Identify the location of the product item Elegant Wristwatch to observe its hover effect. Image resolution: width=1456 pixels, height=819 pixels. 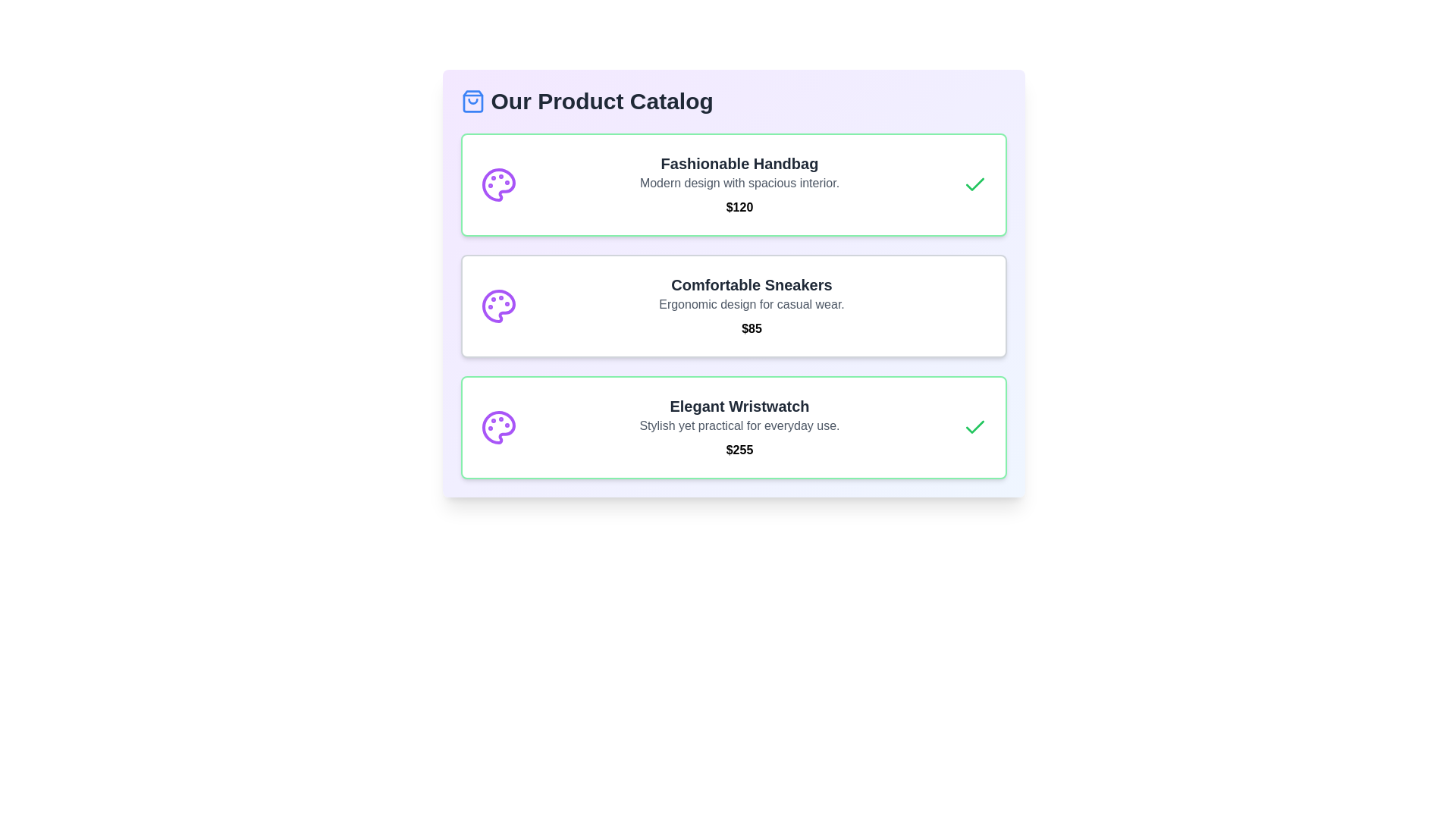
(733, 427).